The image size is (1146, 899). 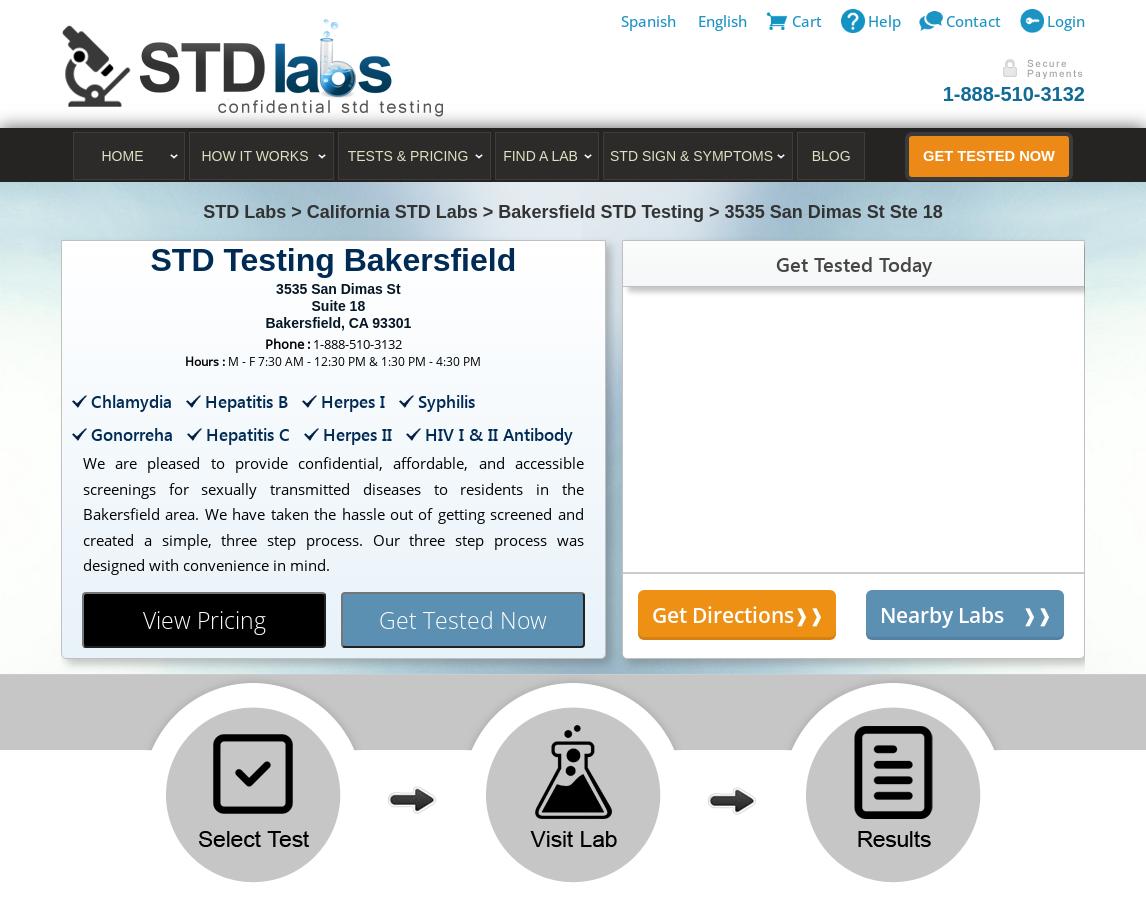 I want to click on 'Get Tested Today', so click(x=775, y=262).